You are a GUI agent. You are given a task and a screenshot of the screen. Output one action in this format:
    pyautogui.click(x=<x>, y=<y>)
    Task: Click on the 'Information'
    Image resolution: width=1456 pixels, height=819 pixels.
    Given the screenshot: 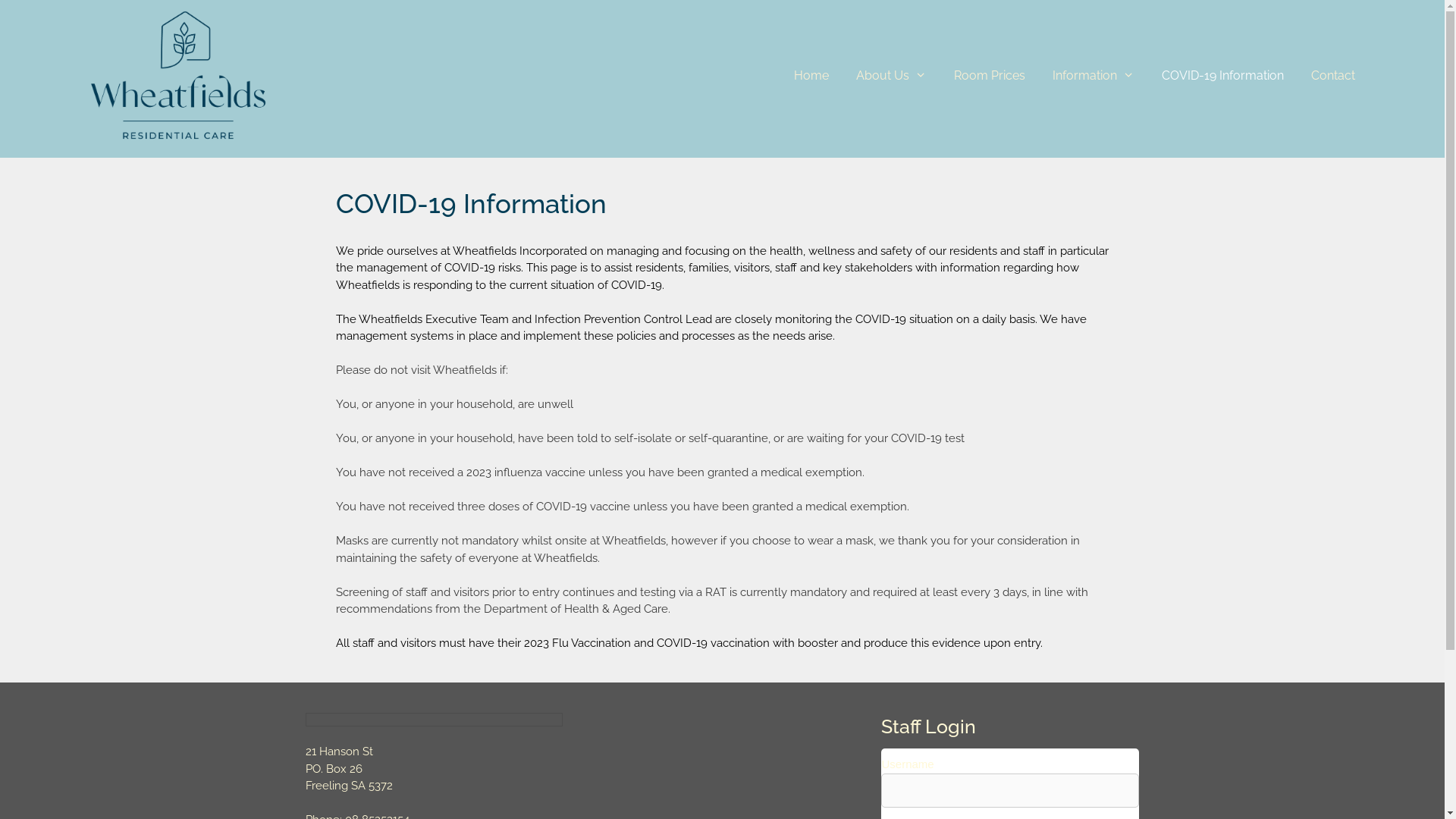 What is the action you would take?
    pyautogui.click(x=1093, y=76)
    